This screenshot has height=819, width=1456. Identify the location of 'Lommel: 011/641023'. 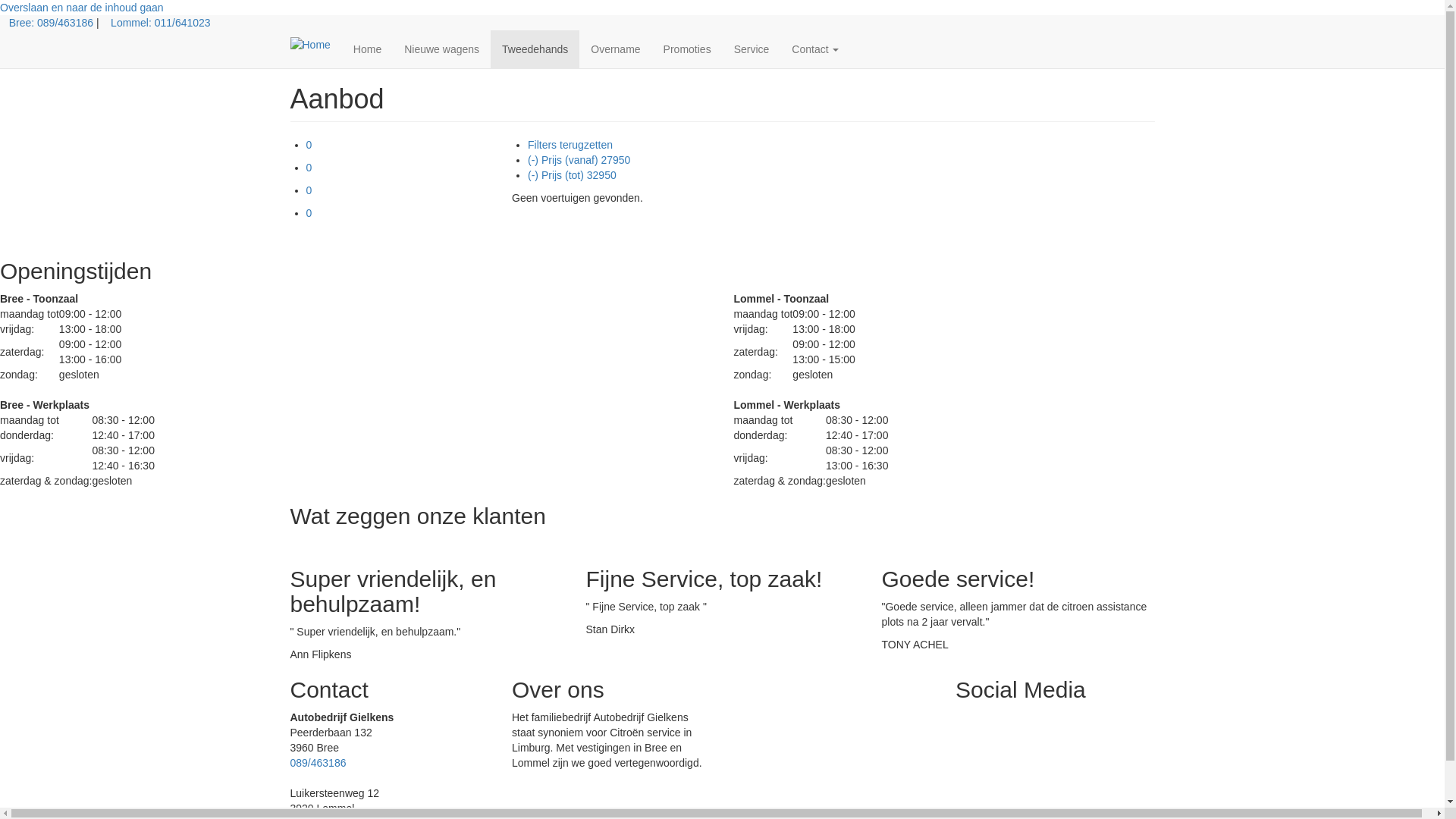
(160, 23).